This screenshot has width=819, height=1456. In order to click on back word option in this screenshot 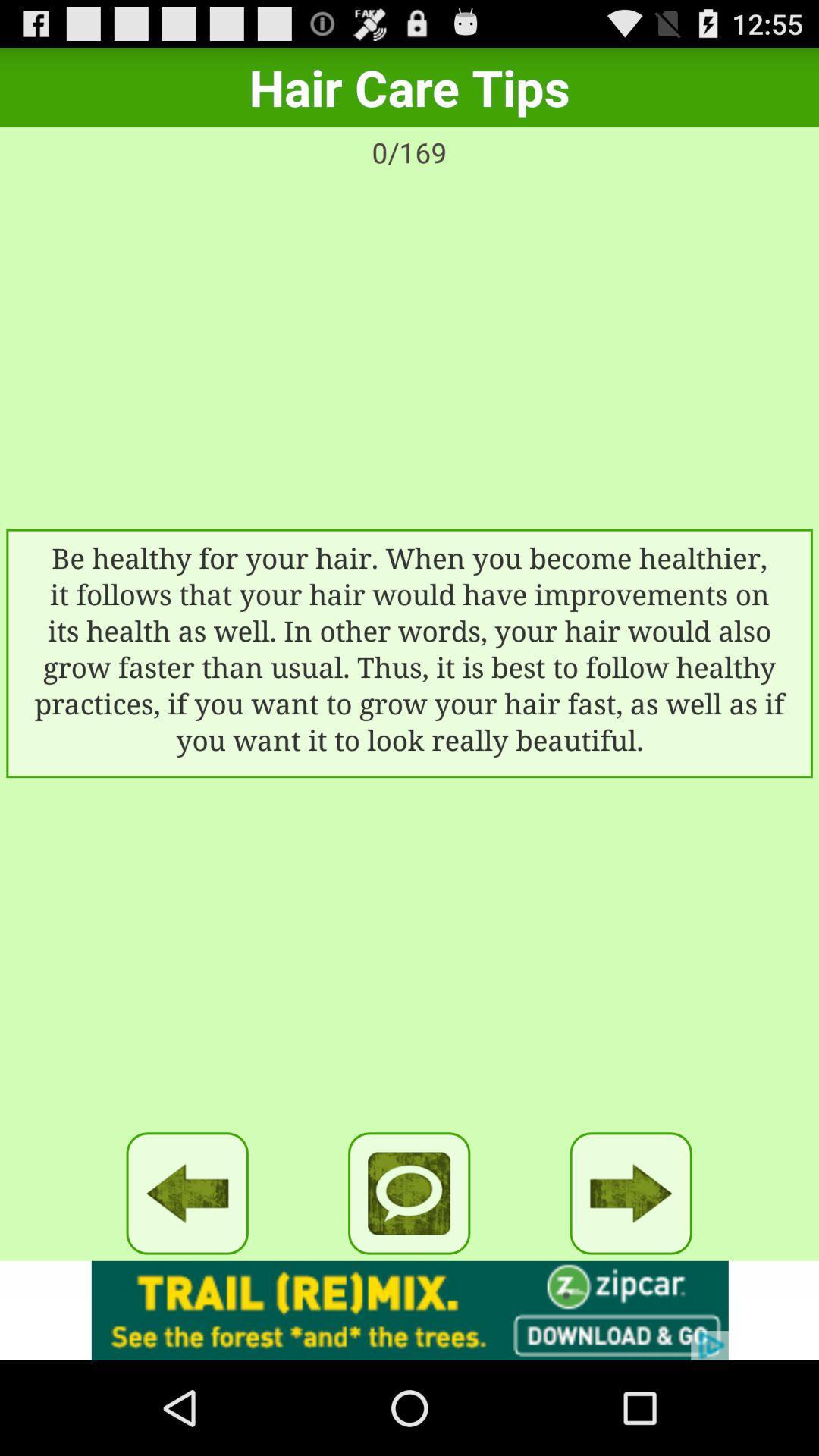, I will do `click(187, 1192)`.